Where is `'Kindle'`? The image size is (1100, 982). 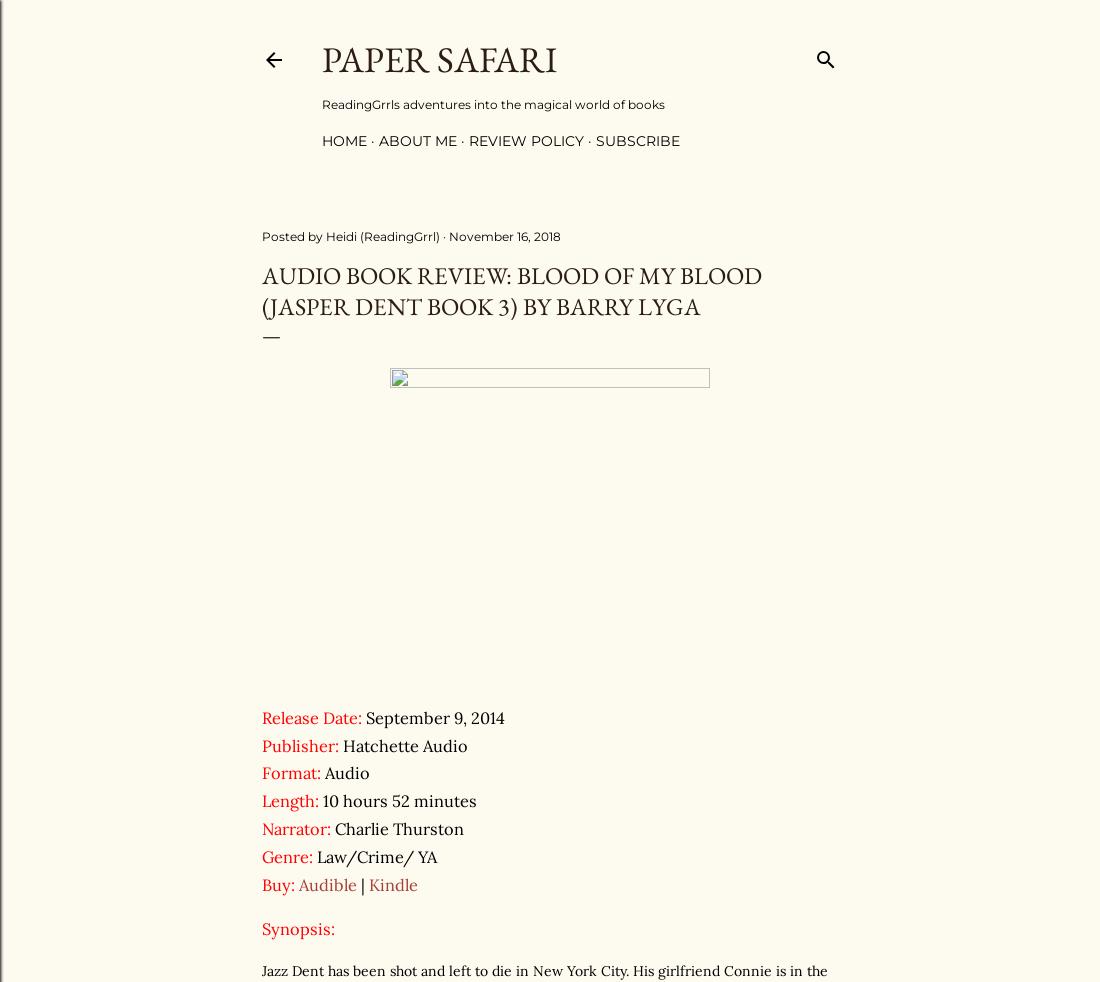
'Kindle' is located at coordinates (395, 883).